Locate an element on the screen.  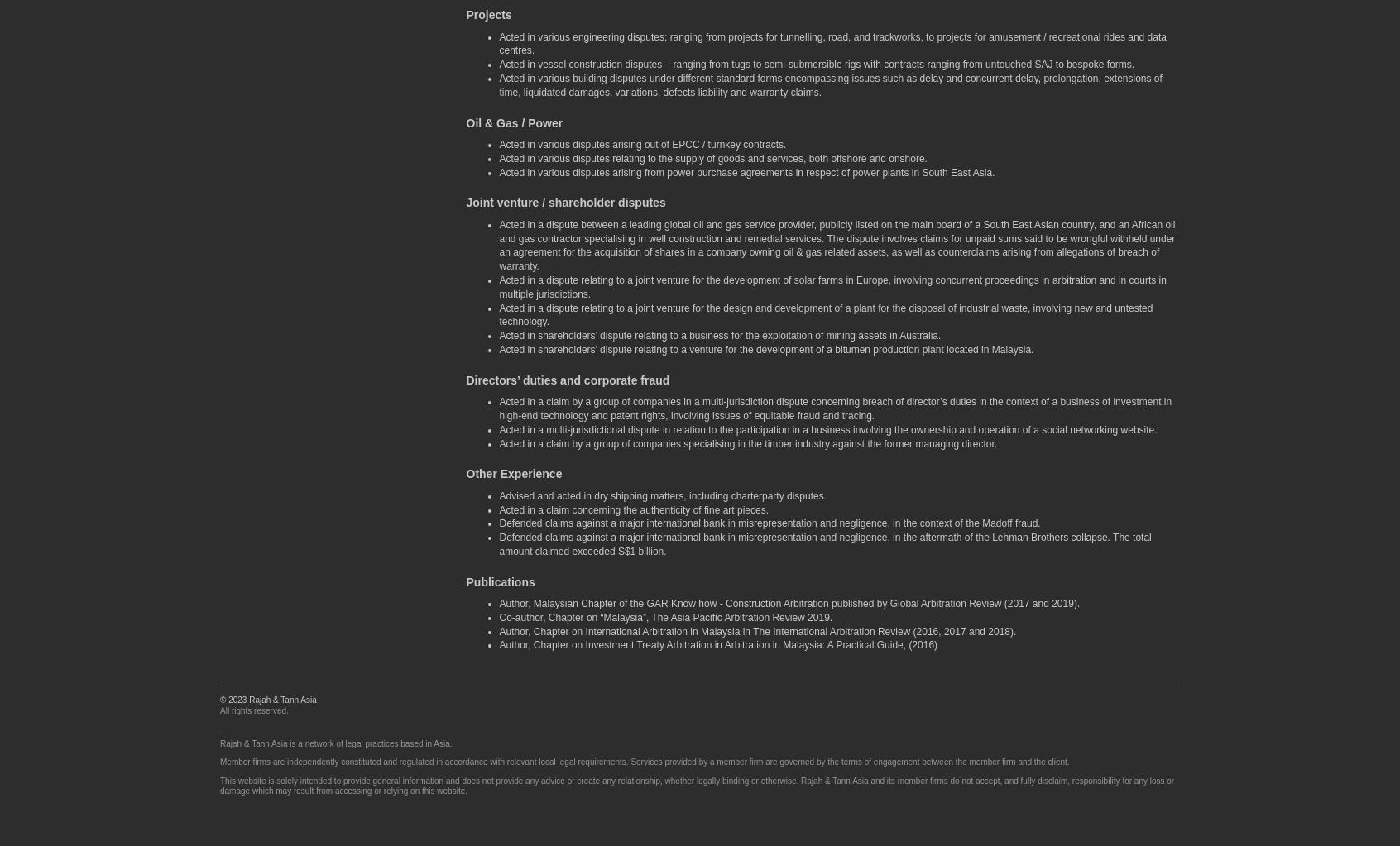
'Joint venture / shareholder disputes' is located at coordinates (567, 203).